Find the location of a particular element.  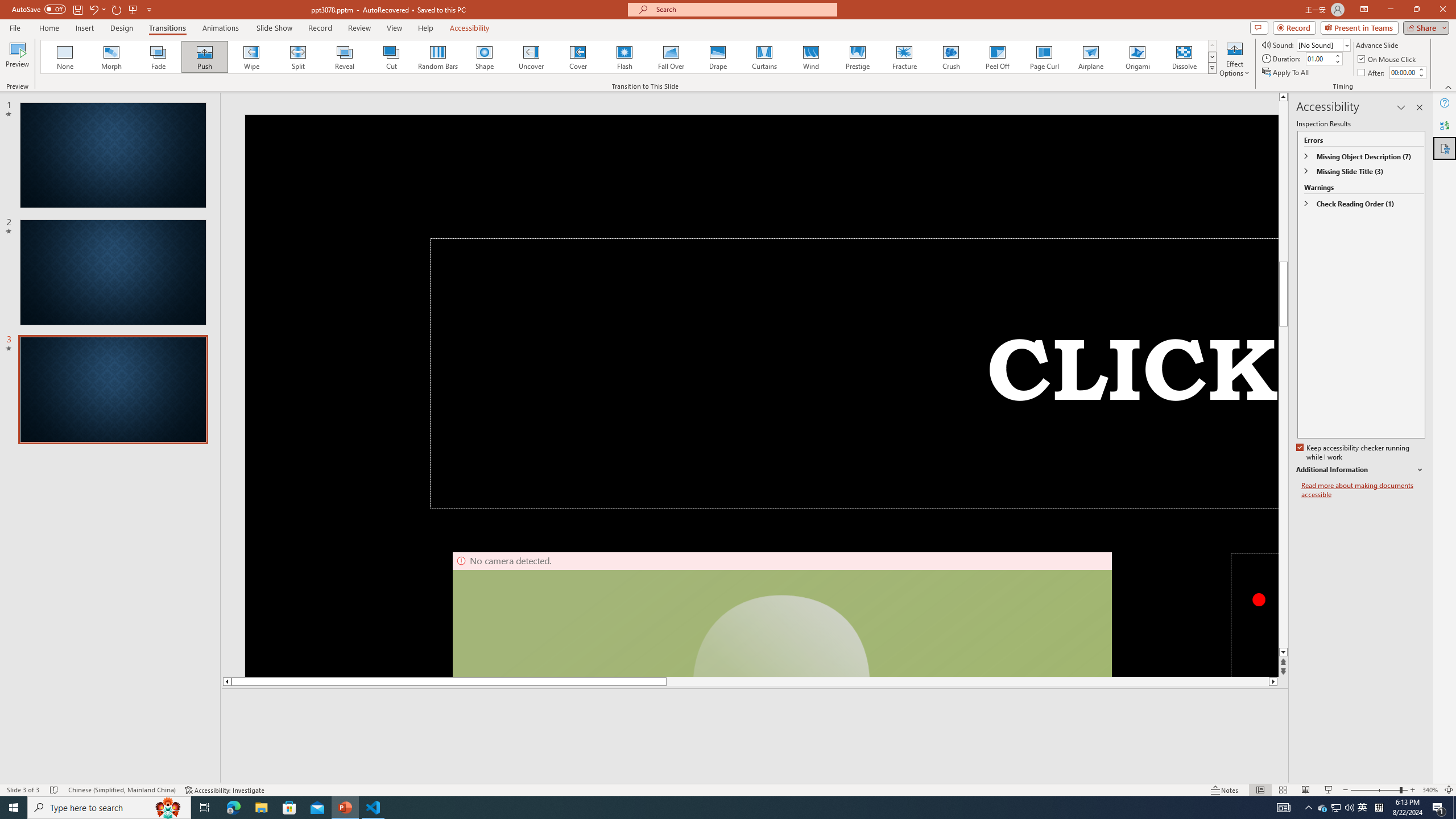

'Crush' is located at coordinates (950, 56).